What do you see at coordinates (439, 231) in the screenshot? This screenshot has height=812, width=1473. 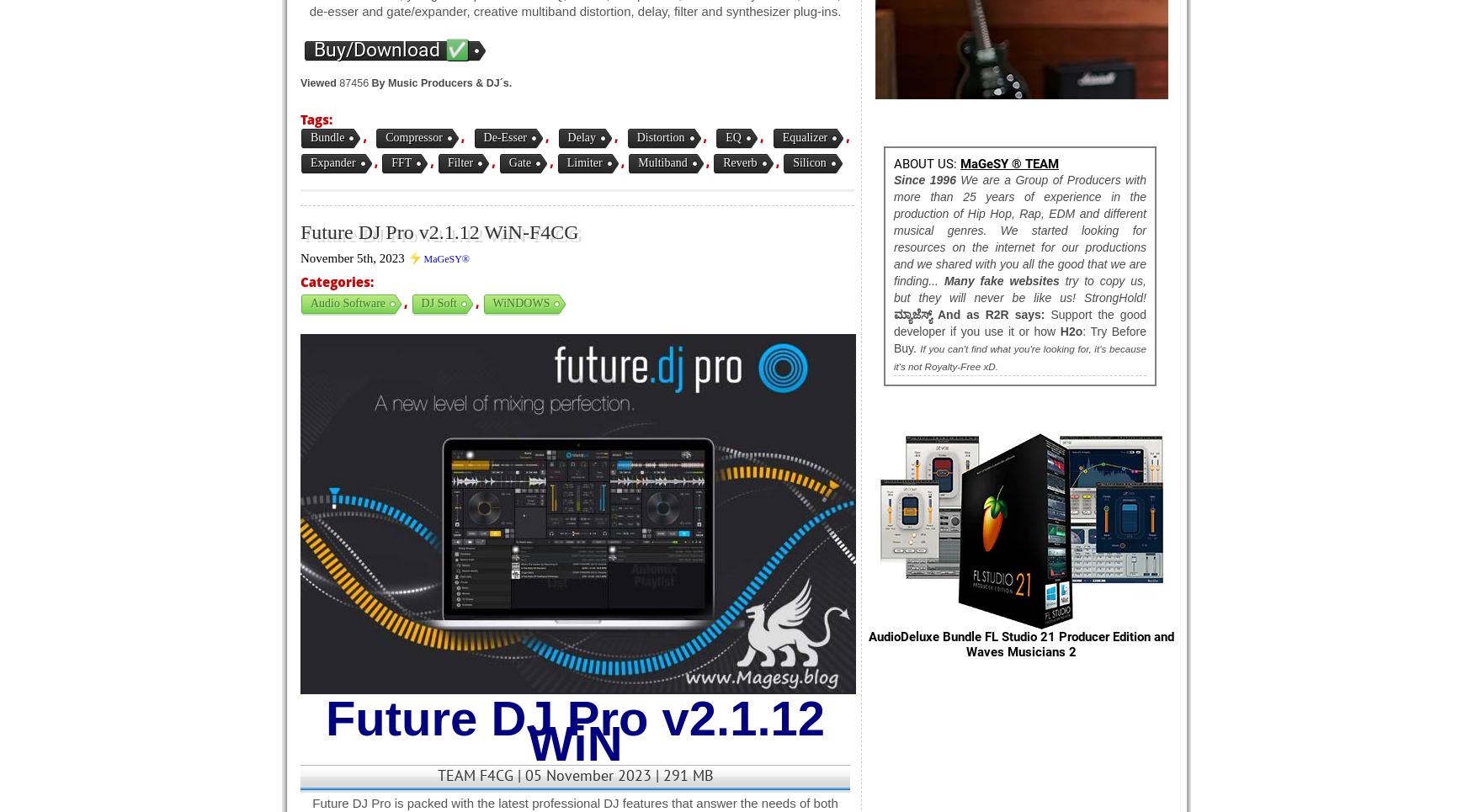 I see `'Future DJ Pro v2.1.12 WiN-F4CG'` at bounding box center [439, 231].